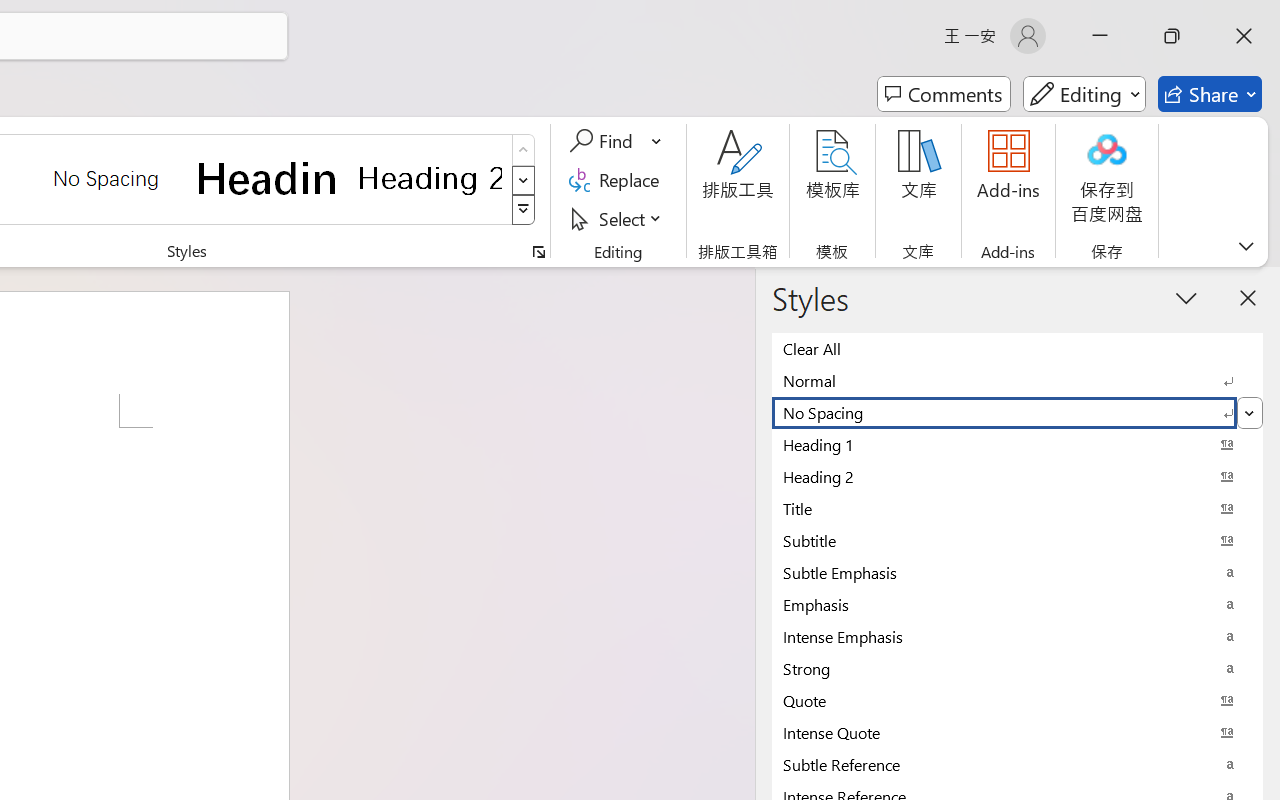 Image resolution: width=1280 pixels, height=800 pixels. Describe the element at coordinates (1017, 540) in the screenshot. I see `'Subtitle'` at that location.